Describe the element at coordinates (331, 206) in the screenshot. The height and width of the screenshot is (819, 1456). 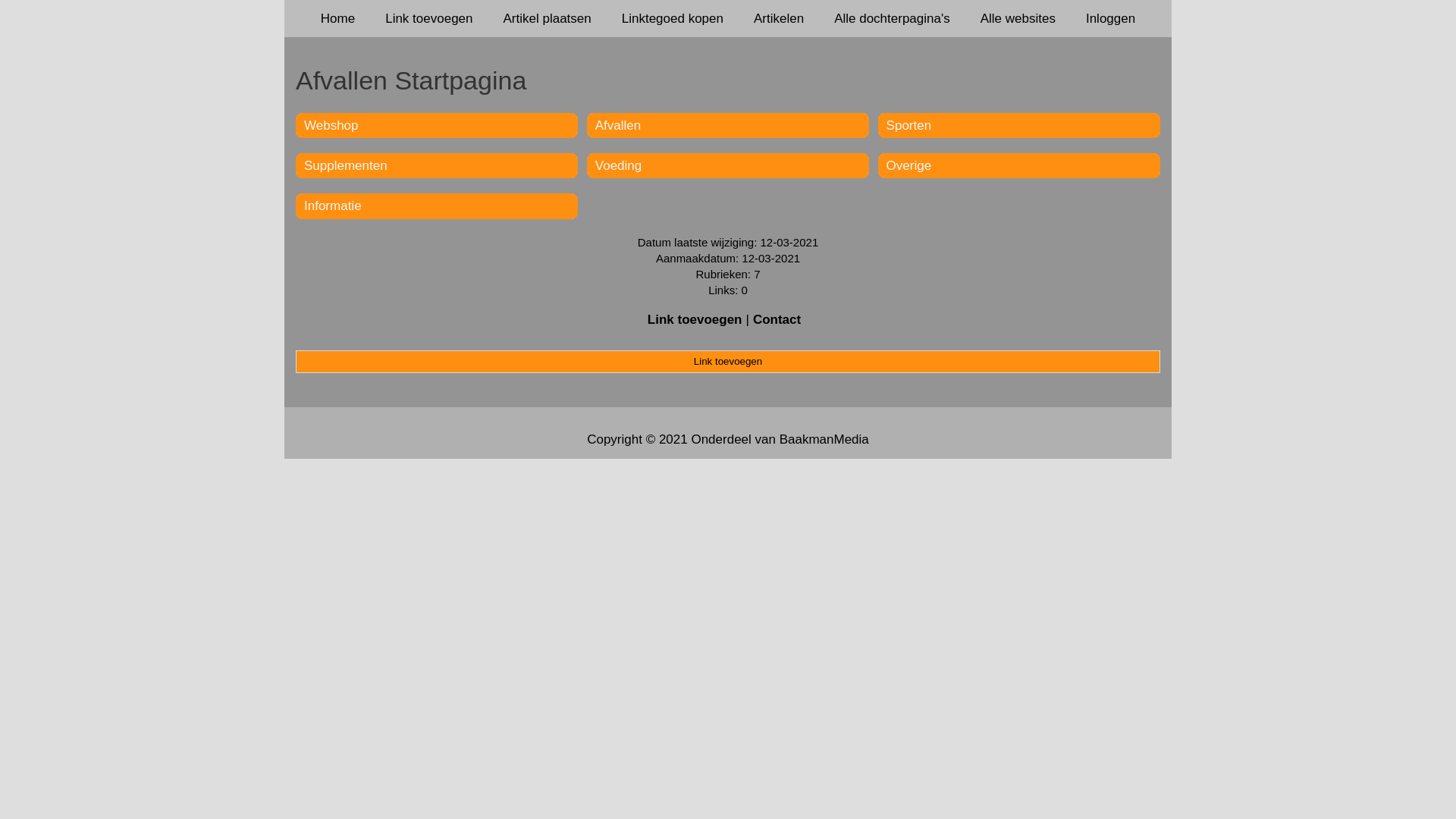
I see `'Informatie'` at that location.